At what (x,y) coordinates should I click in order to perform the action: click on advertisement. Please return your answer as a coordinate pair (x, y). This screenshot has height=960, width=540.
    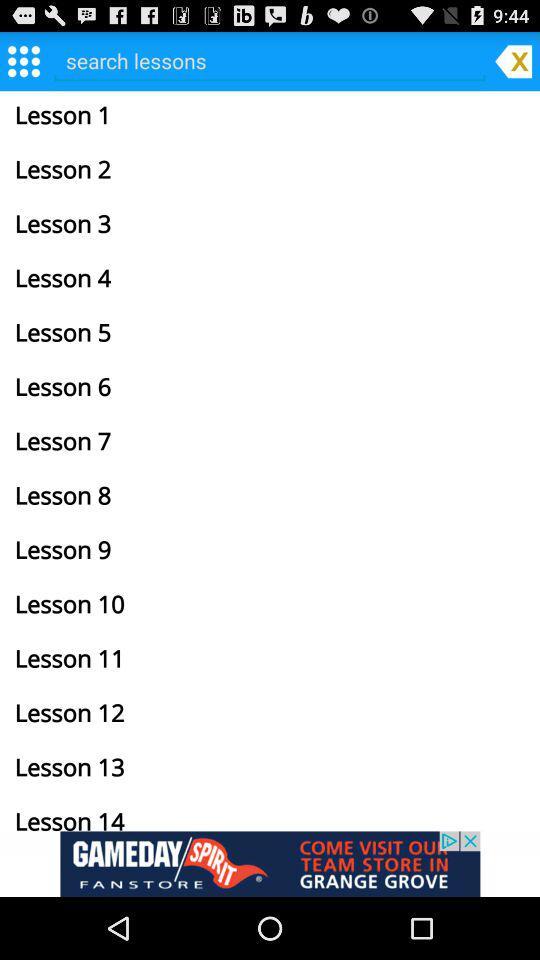
    Looking at the image, I should click on (270, 863).